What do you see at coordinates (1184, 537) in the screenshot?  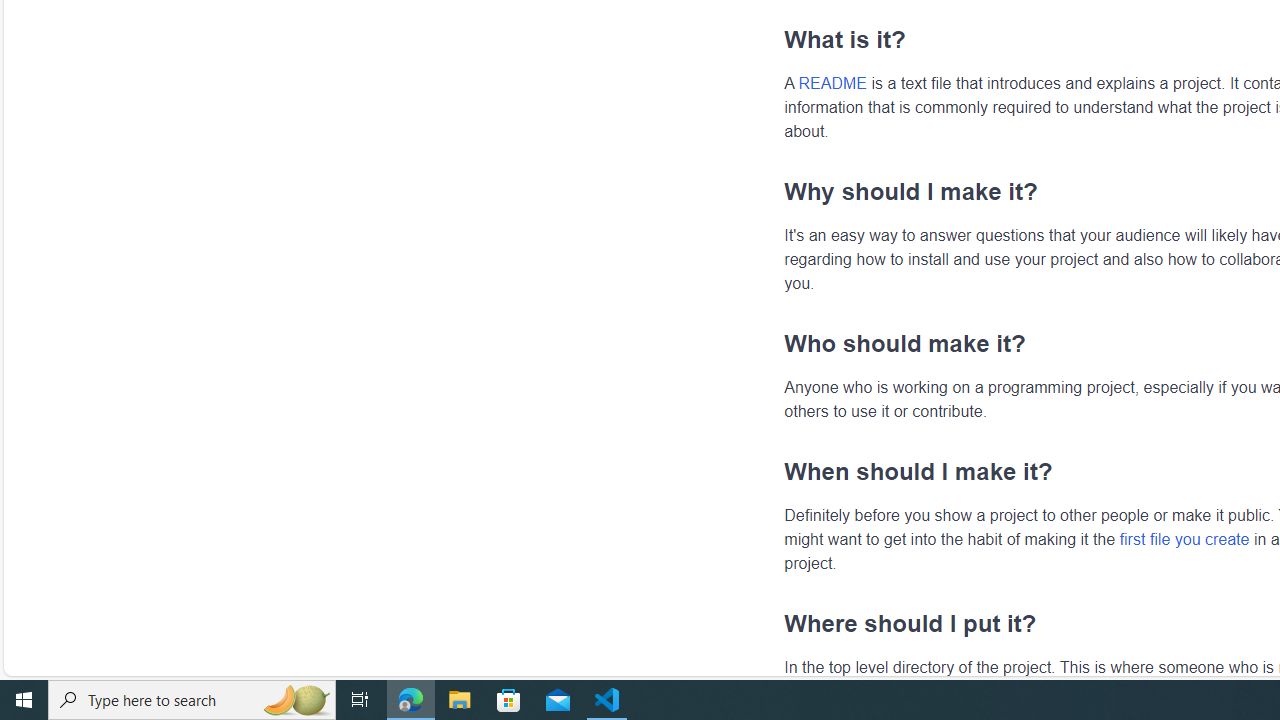 I see `'first file you create'` at bounding box center [1184, 537].